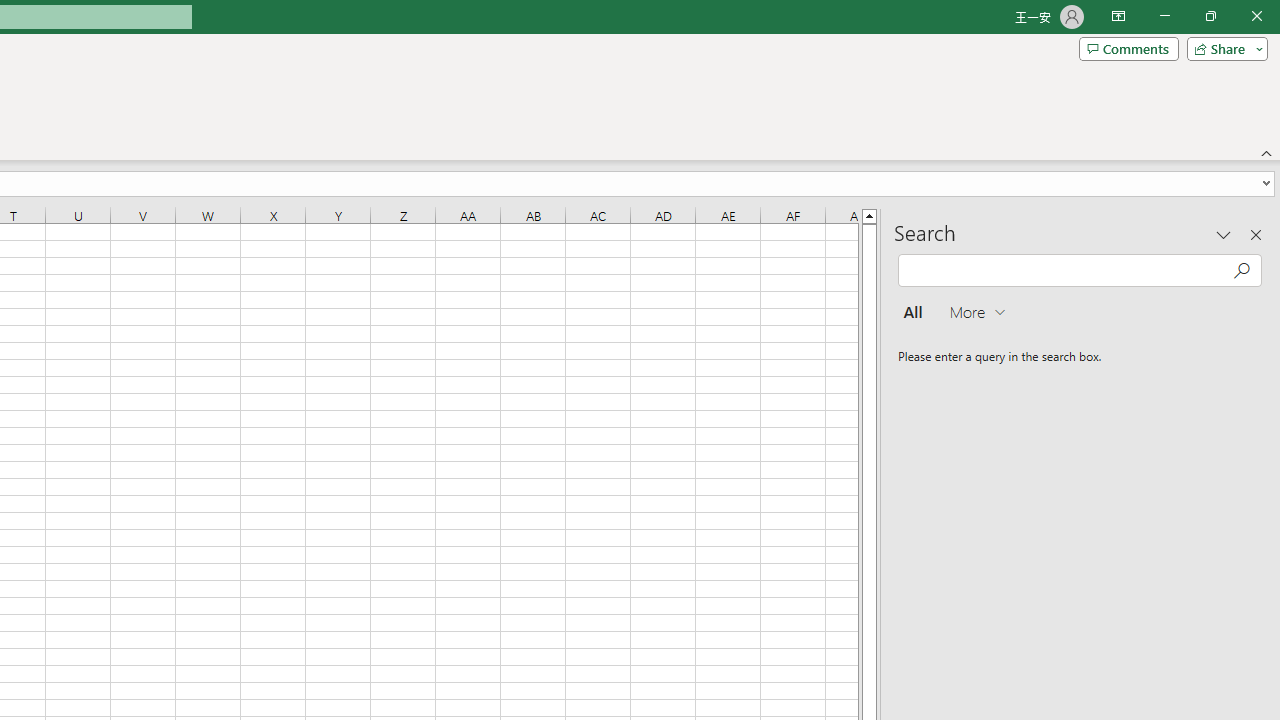 This screenshot has width=1280, height=720. Describe the element at coordinates (1128, 47) in the screenshot. I see `'Comments'` at that location.